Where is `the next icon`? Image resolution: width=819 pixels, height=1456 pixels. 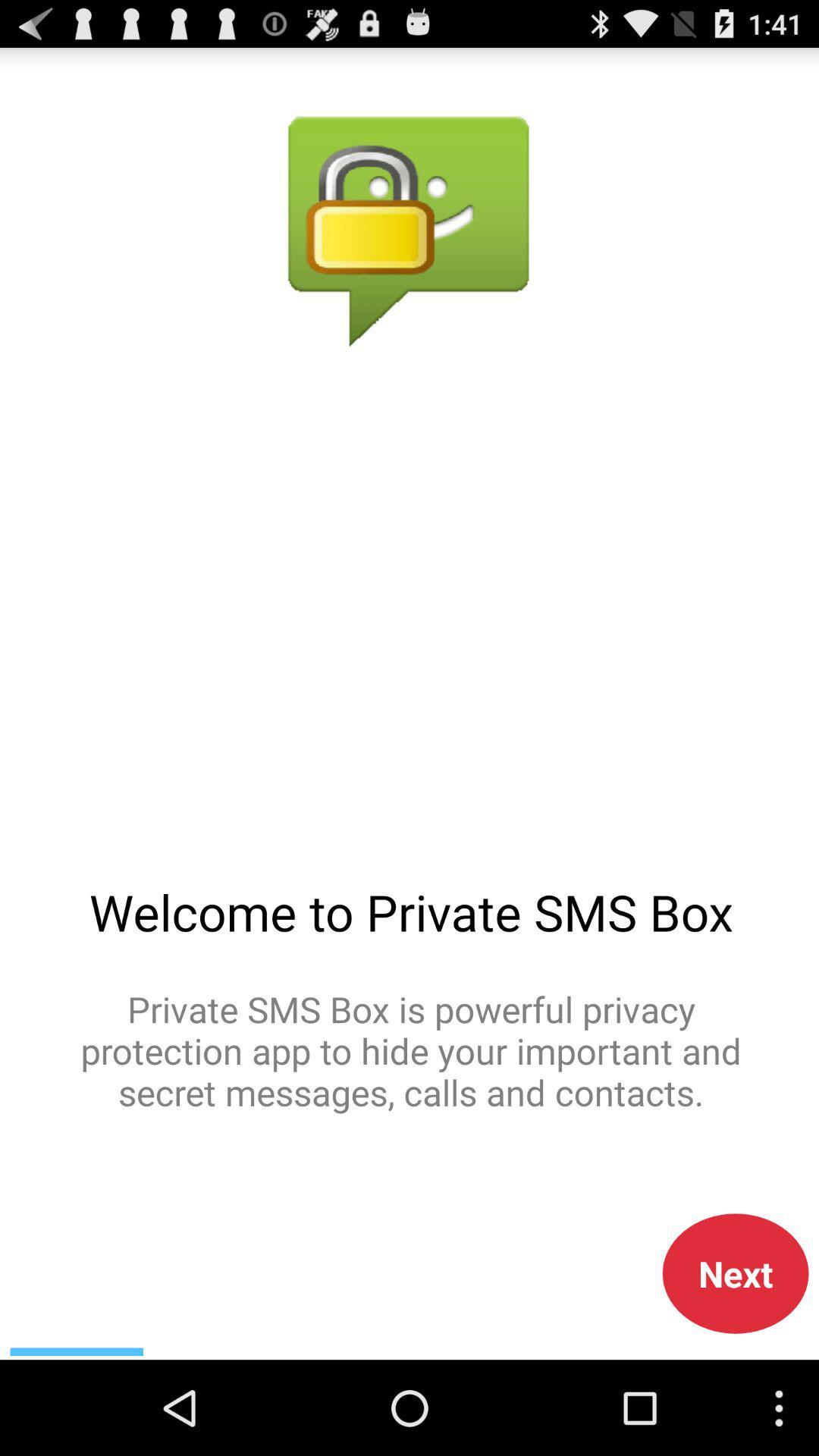
the next icon is located at coordinates (735, 1273).